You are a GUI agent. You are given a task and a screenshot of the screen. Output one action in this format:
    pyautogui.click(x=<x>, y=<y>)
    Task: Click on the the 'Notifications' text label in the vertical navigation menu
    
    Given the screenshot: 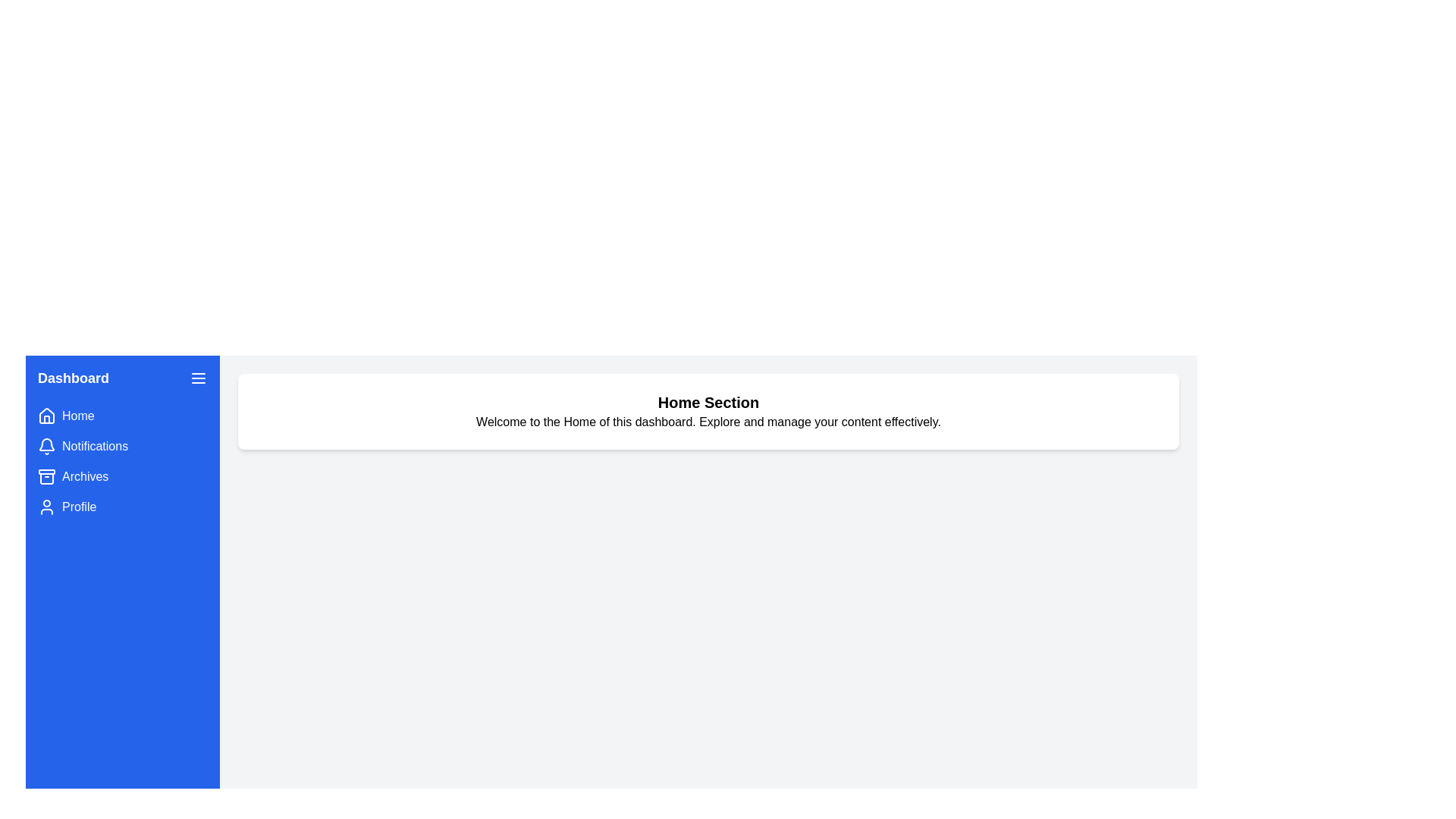 What is the action you would take?
    pyautogui.click(x=94, y=446)
    